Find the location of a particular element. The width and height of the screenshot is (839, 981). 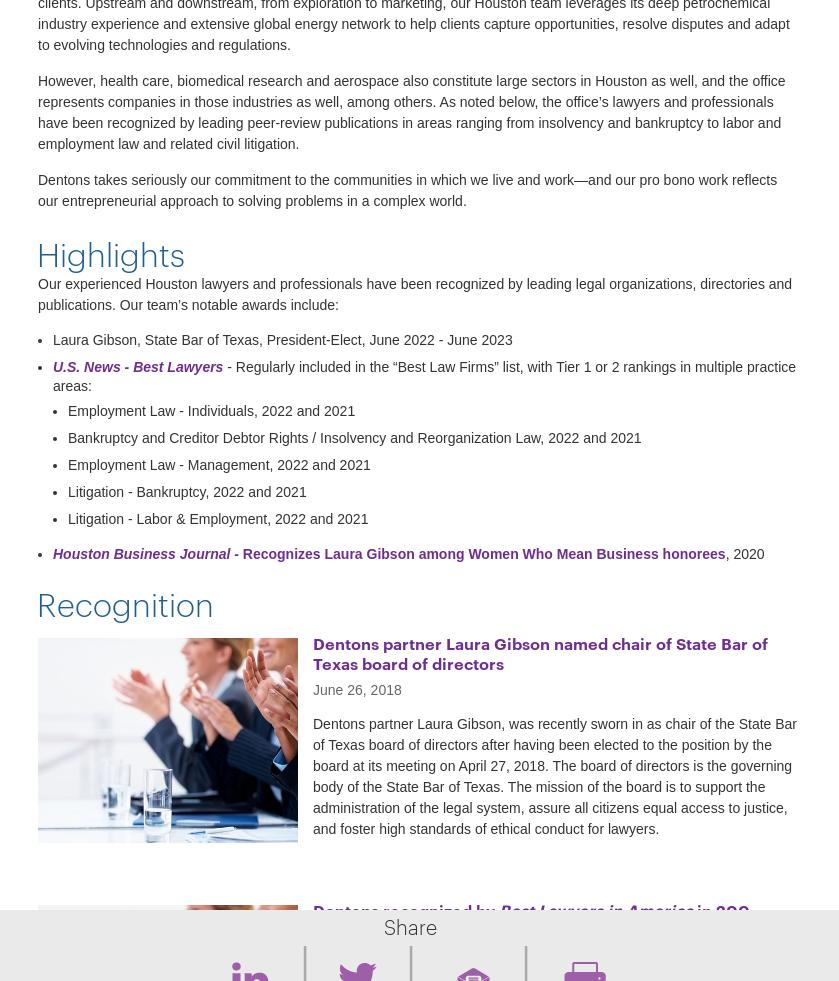

'Litigation - Labor & Employment, 2022 and 2021' is located at coordinates (217, 517).